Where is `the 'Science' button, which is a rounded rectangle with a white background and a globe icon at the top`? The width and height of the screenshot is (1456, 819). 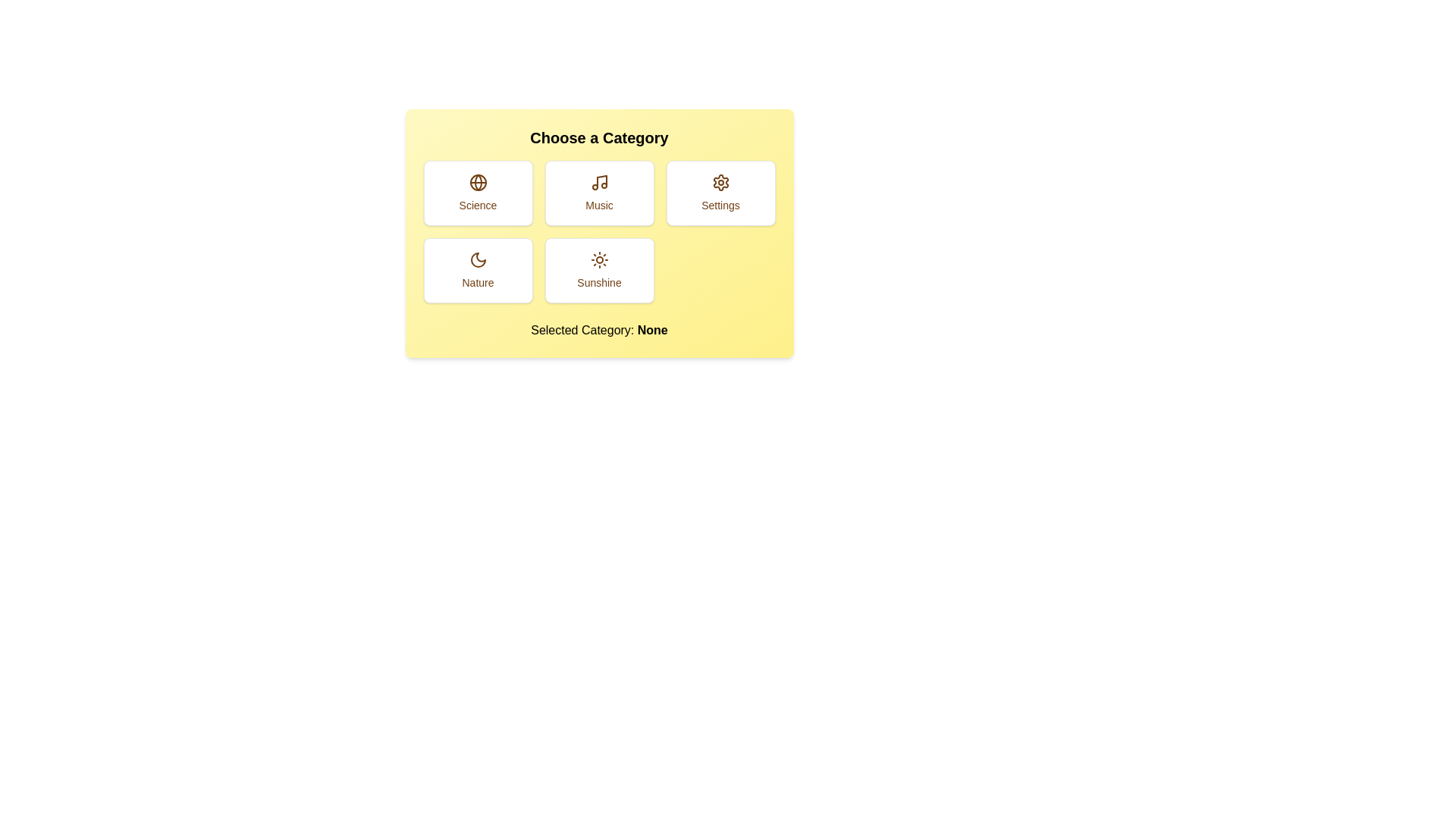
the 'Science' button, which is a rounded rectangle with a white background and a globe icon at the top is located at coordinates (477, 192).